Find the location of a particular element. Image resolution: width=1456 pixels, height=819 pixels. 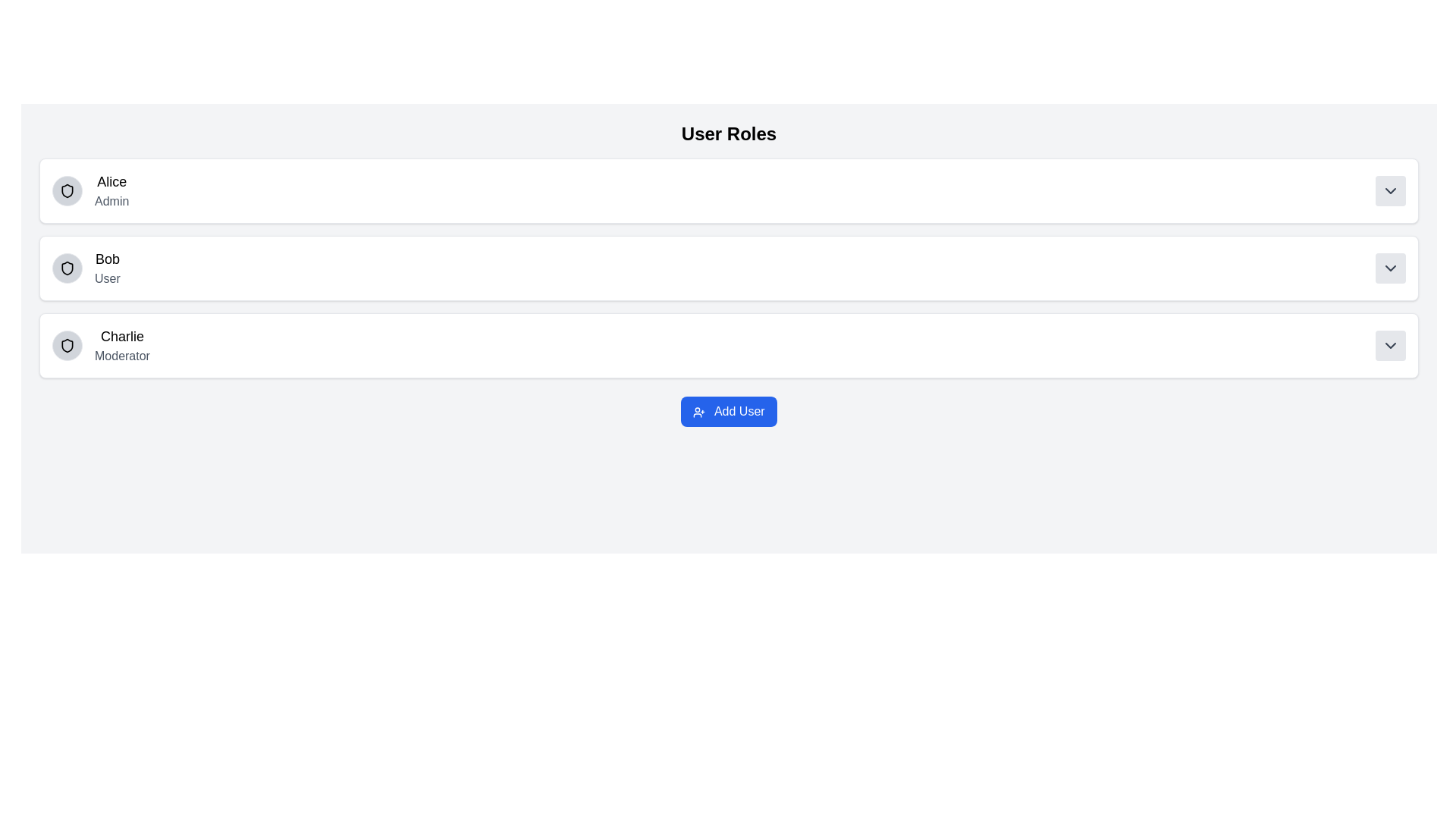

the user label 'Alice' with the role 'Admin', which is styled with a larger bold font and accompanied by a gray circular icon with a black outlined shield is located at coordinates (89, 190).